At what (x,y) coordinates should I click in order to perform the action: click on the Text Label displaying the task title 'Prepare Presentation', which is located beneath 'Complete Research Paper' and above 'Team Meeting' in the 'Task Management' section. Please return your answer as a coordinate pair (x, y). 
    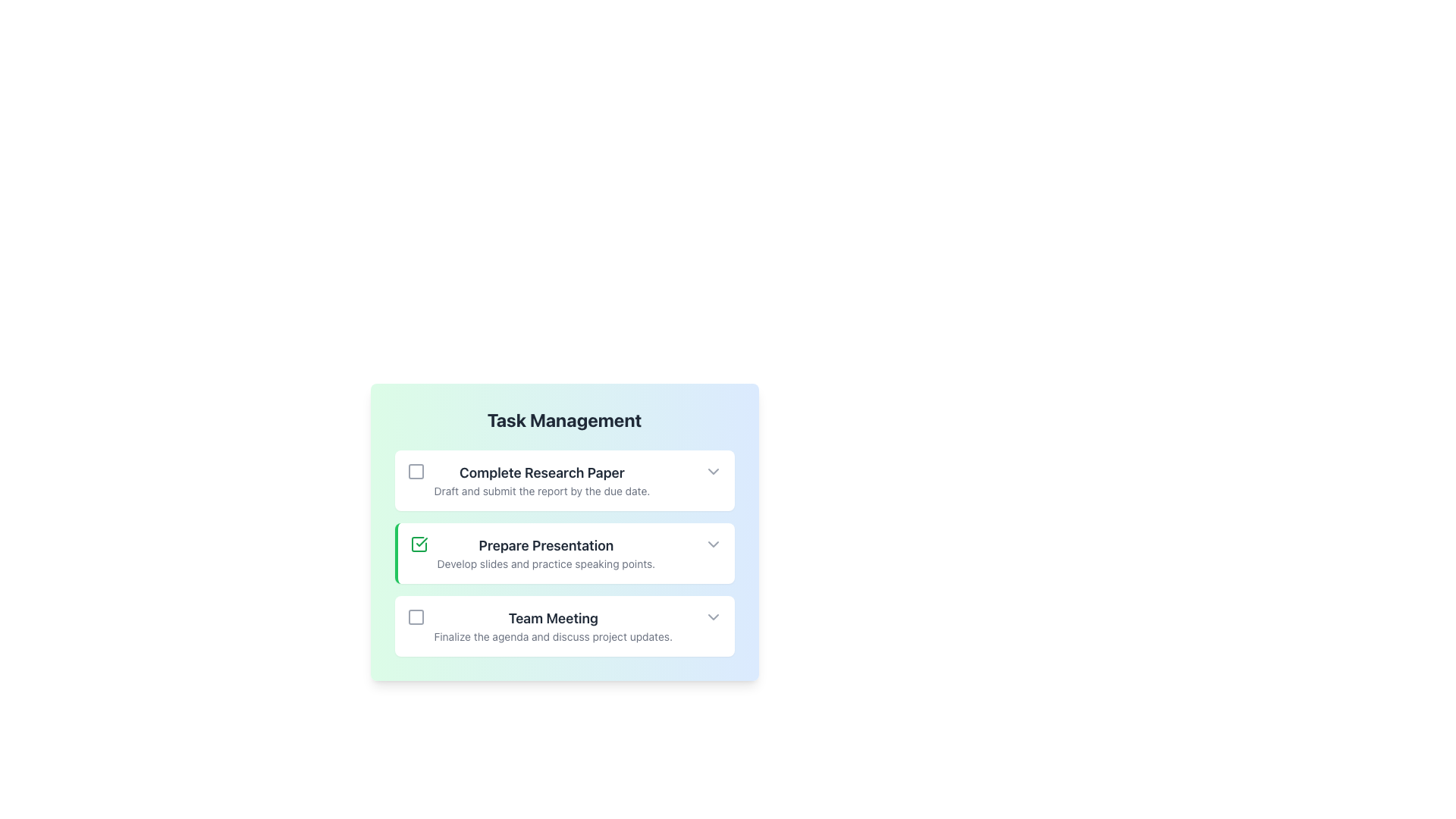
    Looking at the image, I should click on (546, 546).